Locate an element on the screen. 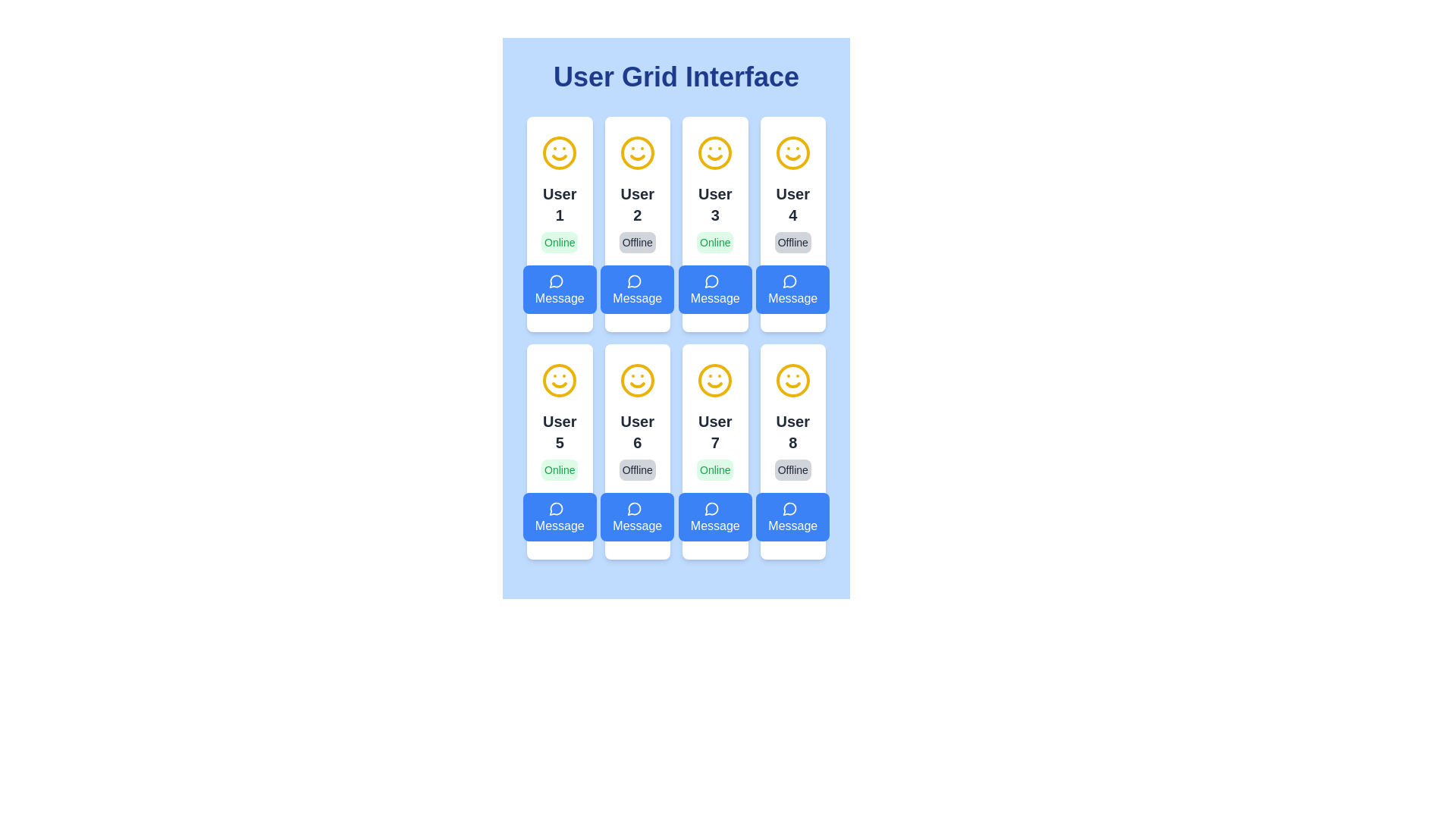  the text label indicating 'User 6', which is situated in the second row and second column of the user card grid, above the 'Offline' badge is located at coordinates (637, 432).